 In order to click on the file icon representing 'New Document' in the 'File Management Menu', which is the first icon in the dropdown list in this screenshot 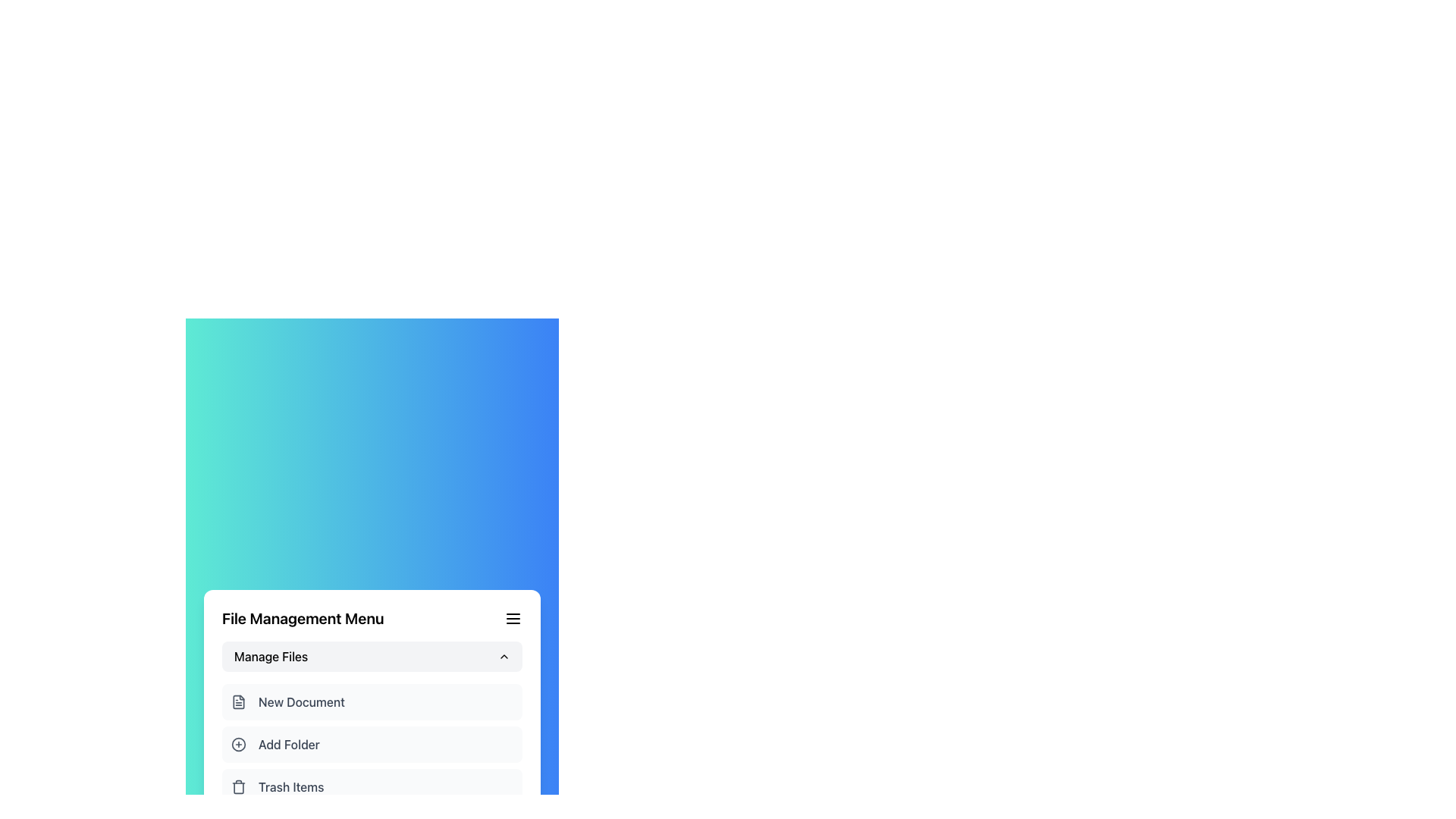, I will do `click(238, 701)`.